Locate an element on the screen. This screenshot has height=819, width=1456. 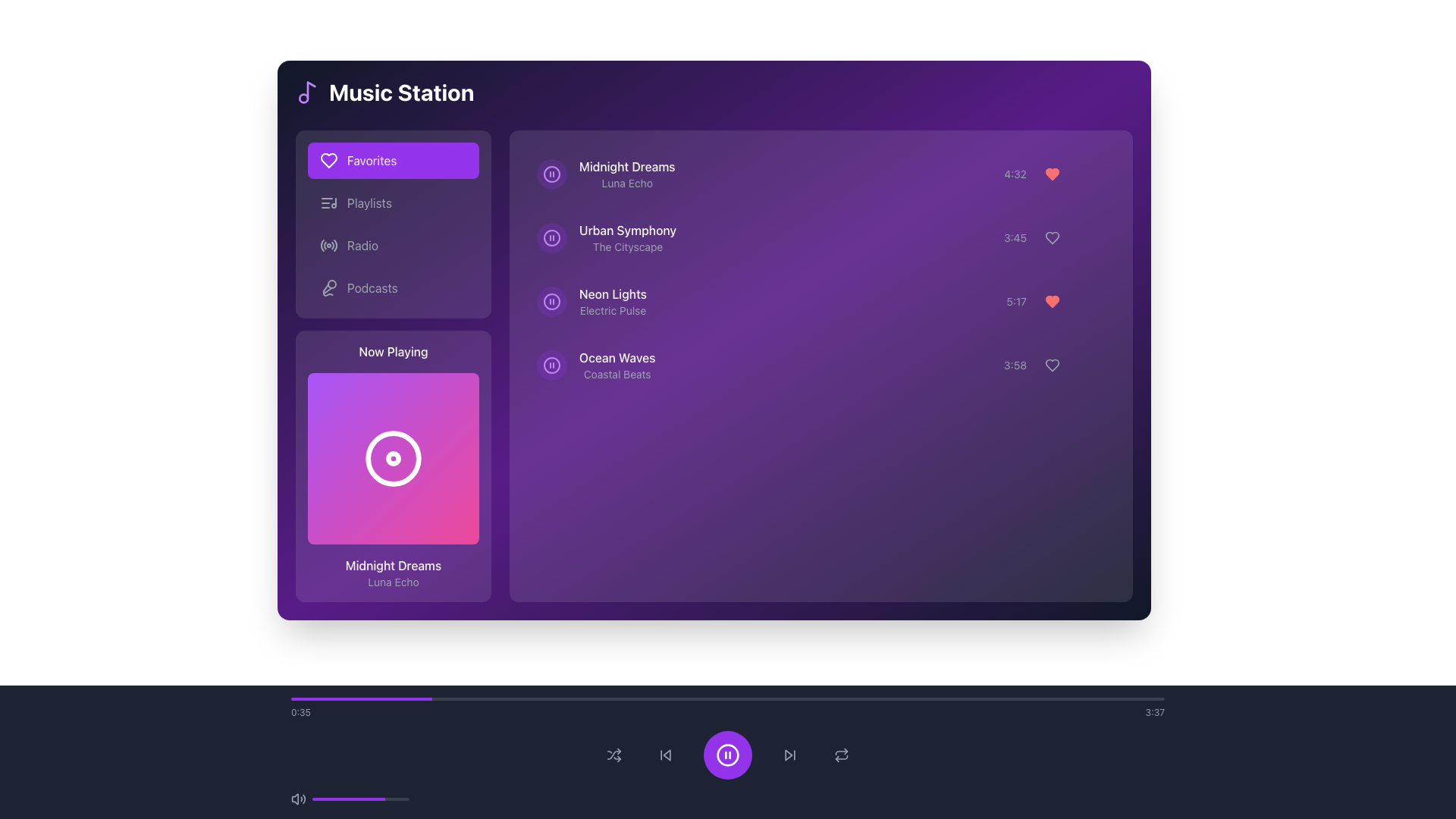
inner right arc of the radio icon in the left-hand navigation menu by using the developer tools is located at coordinates (332, 245).